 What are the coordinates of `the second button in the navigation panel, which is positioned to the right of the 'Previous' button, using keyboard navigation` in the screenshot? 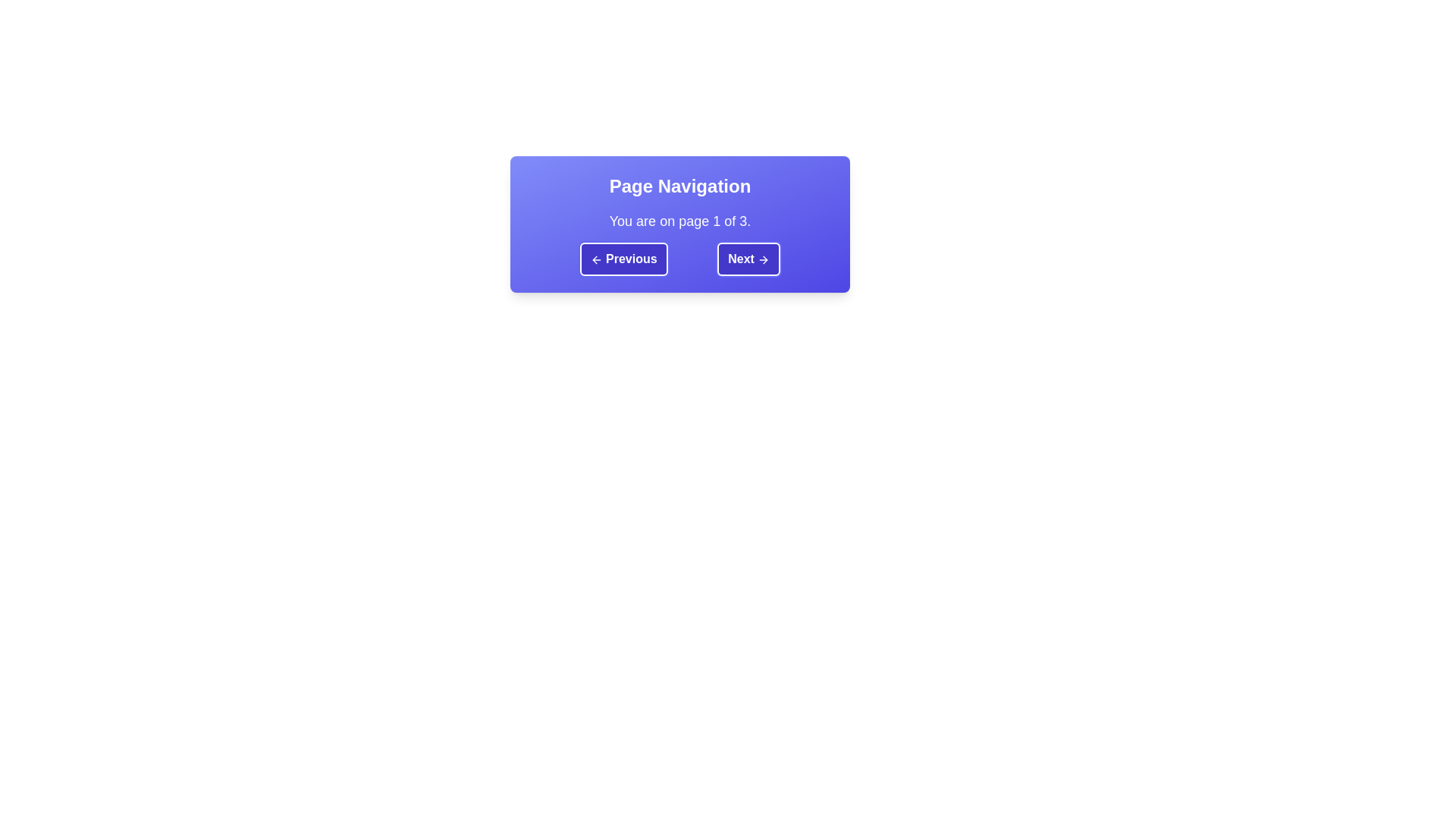 It's located at (748, 259).